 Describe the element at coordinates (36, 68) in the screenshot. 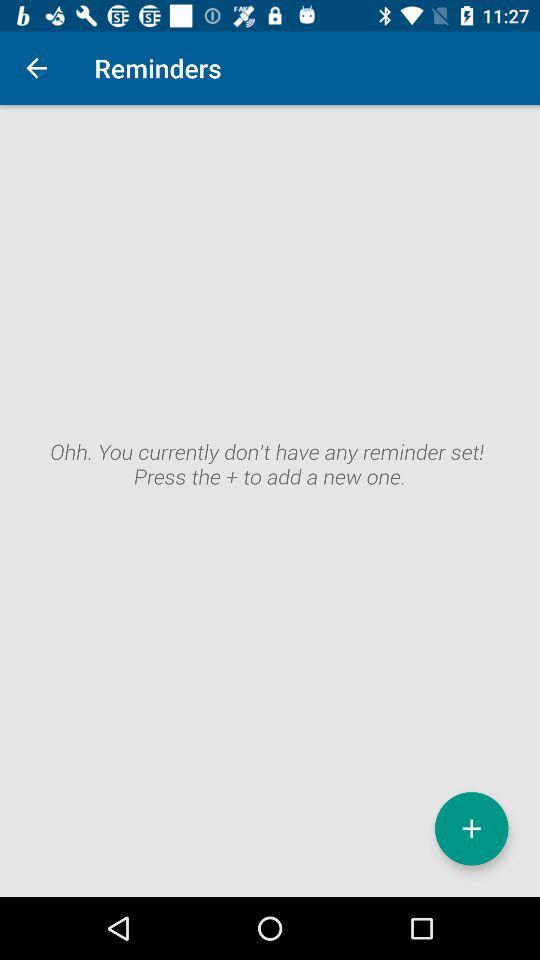

I see `item to the left of the reminders item` at that location.